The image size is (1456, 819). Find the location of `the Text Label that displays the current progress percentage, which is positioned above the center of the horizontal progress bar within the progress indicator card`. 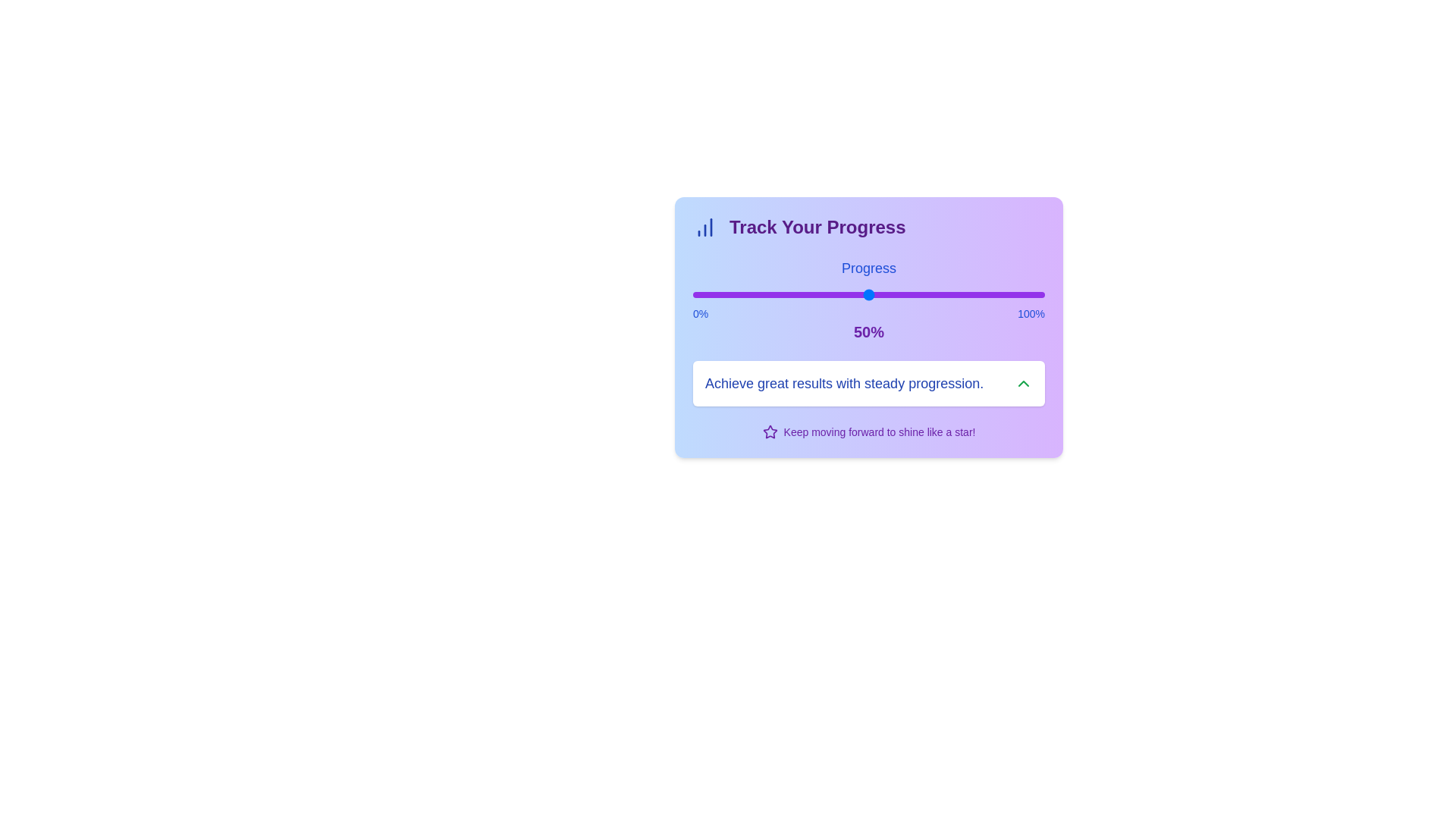

the Text Label that displays the current progress percentage, which is positioned above the center of the horizontal progress bar within the progress indicator card is located at coordinates (869, 331).